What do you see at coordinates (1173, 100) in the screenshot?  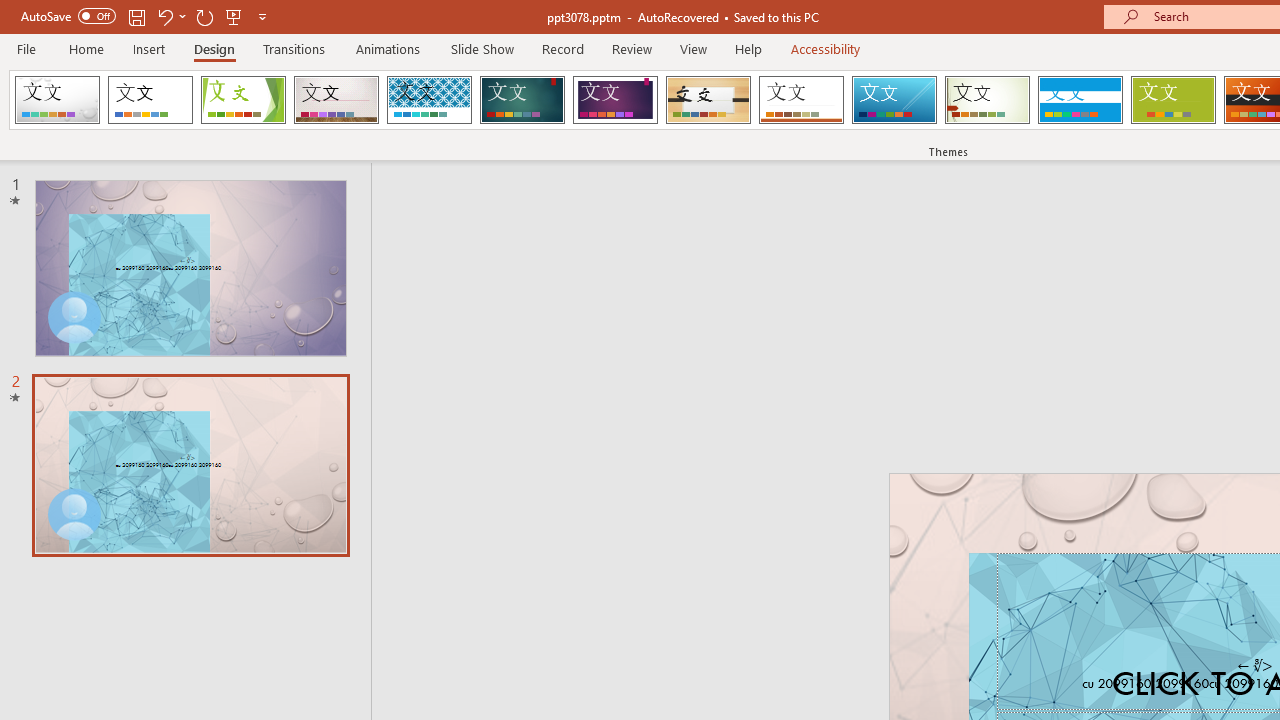 I see `'Basis'` at bounding box center [1173, 100].